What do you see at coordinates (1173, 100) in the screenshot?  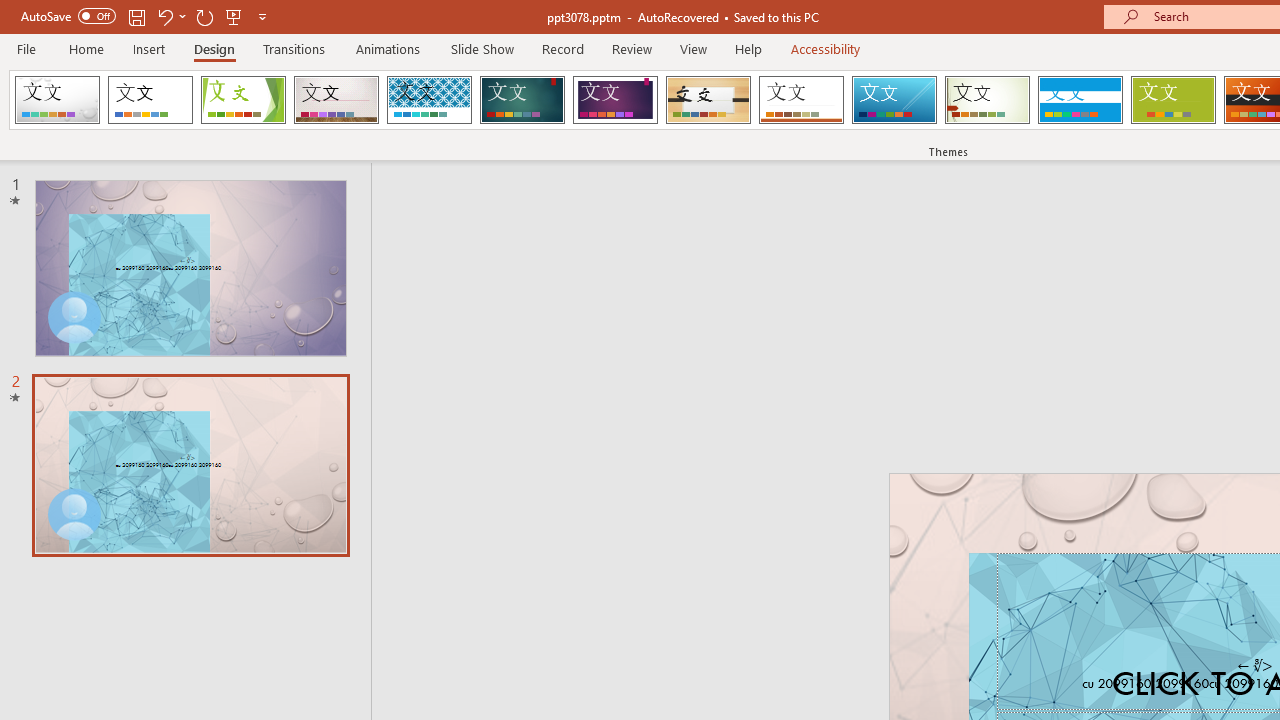 I see `'Basis'` at bounding box center [1173, 100].